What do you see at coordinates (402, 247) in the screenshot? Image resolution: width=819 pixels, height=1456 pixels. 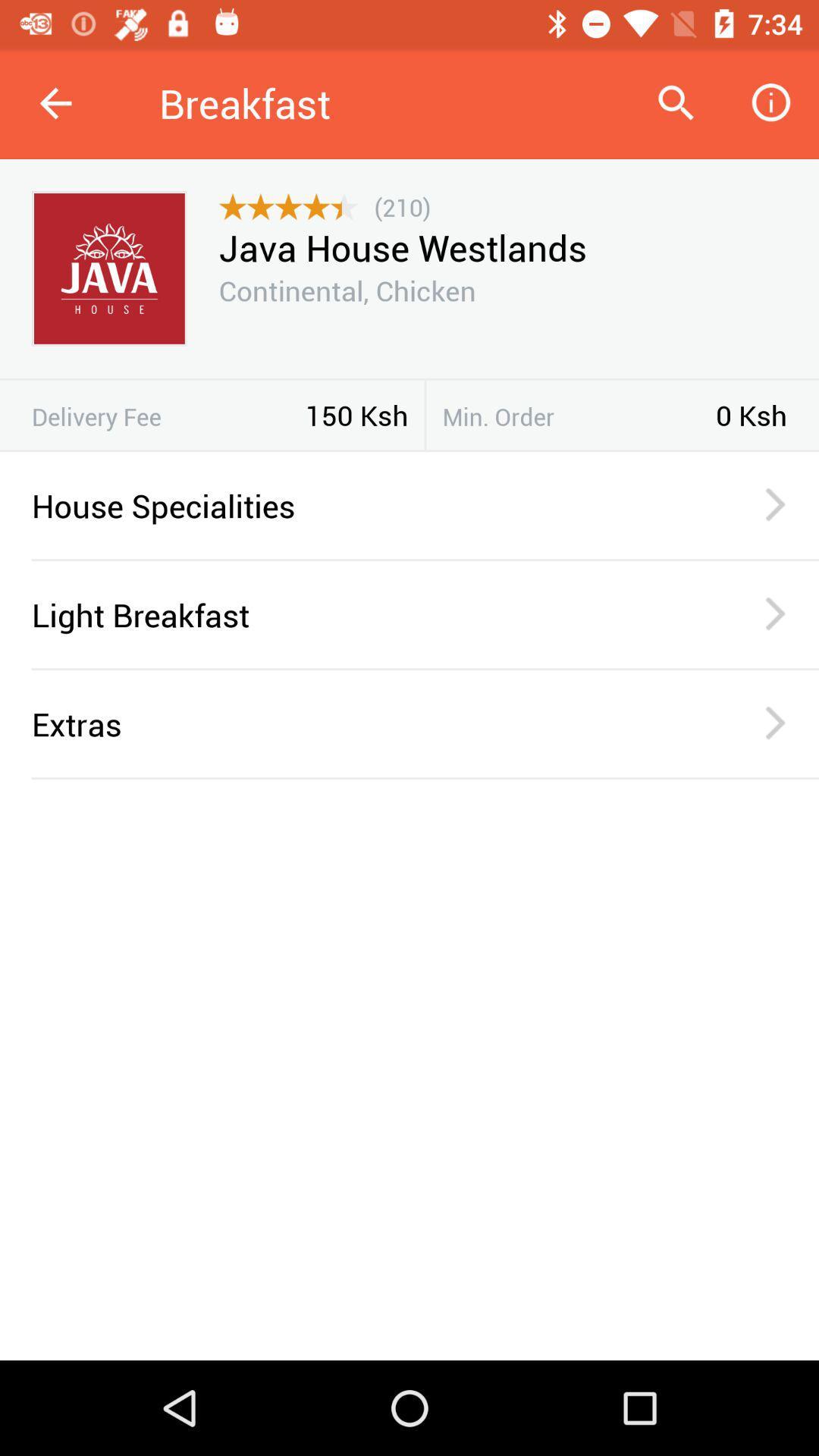 I see `java house westlands item` at bounding box center [402, 247].